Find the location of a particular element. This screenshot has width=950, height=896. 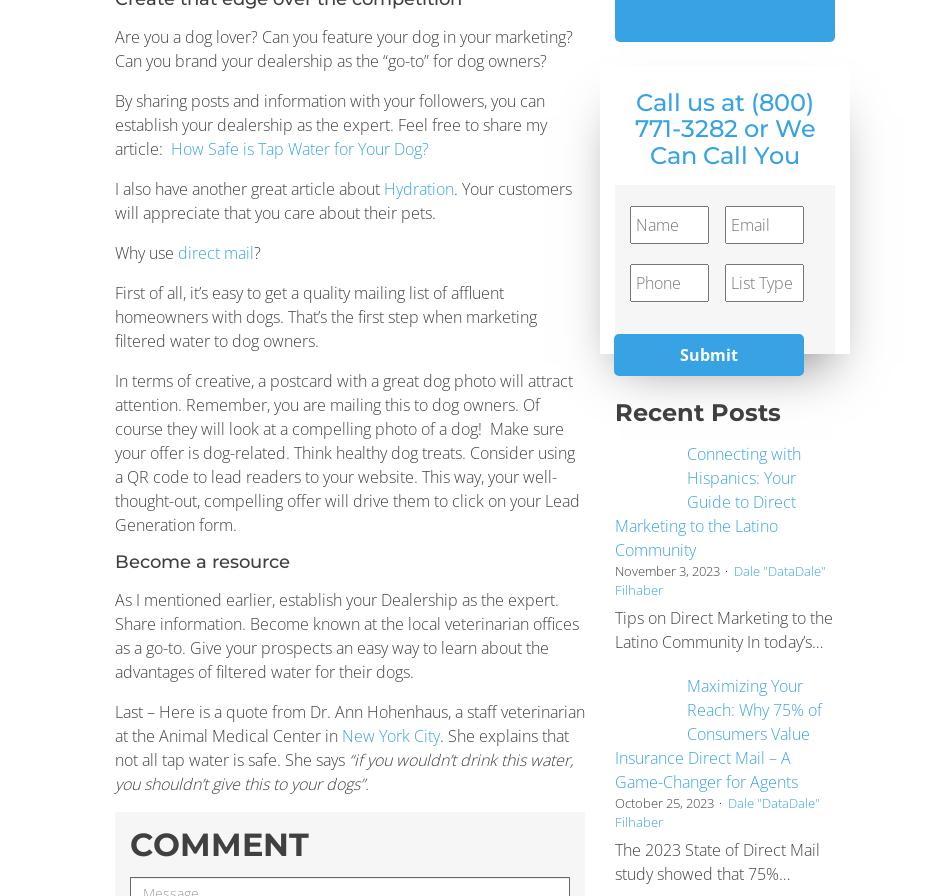

'Call us at (800) 771-3282 or We Can Call You' is located at coordinates (723, 128).